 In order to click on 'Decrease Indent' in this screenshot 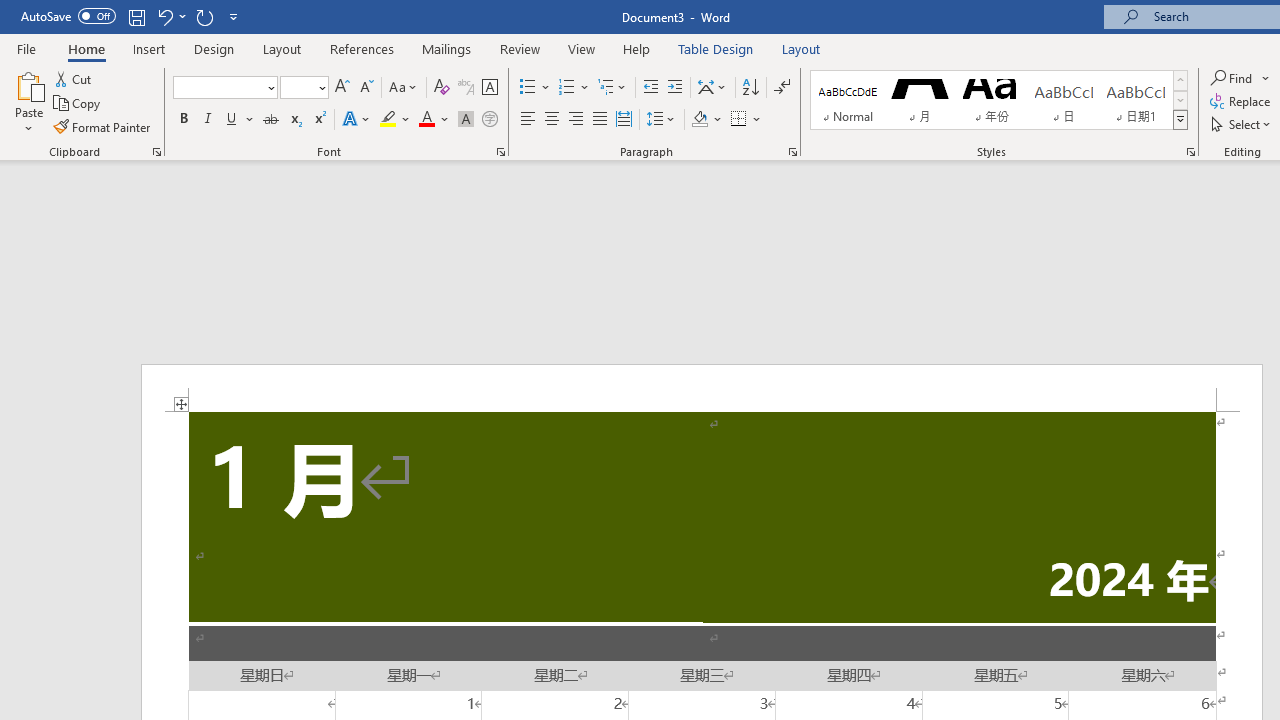, I will do `click(650, 86)`.